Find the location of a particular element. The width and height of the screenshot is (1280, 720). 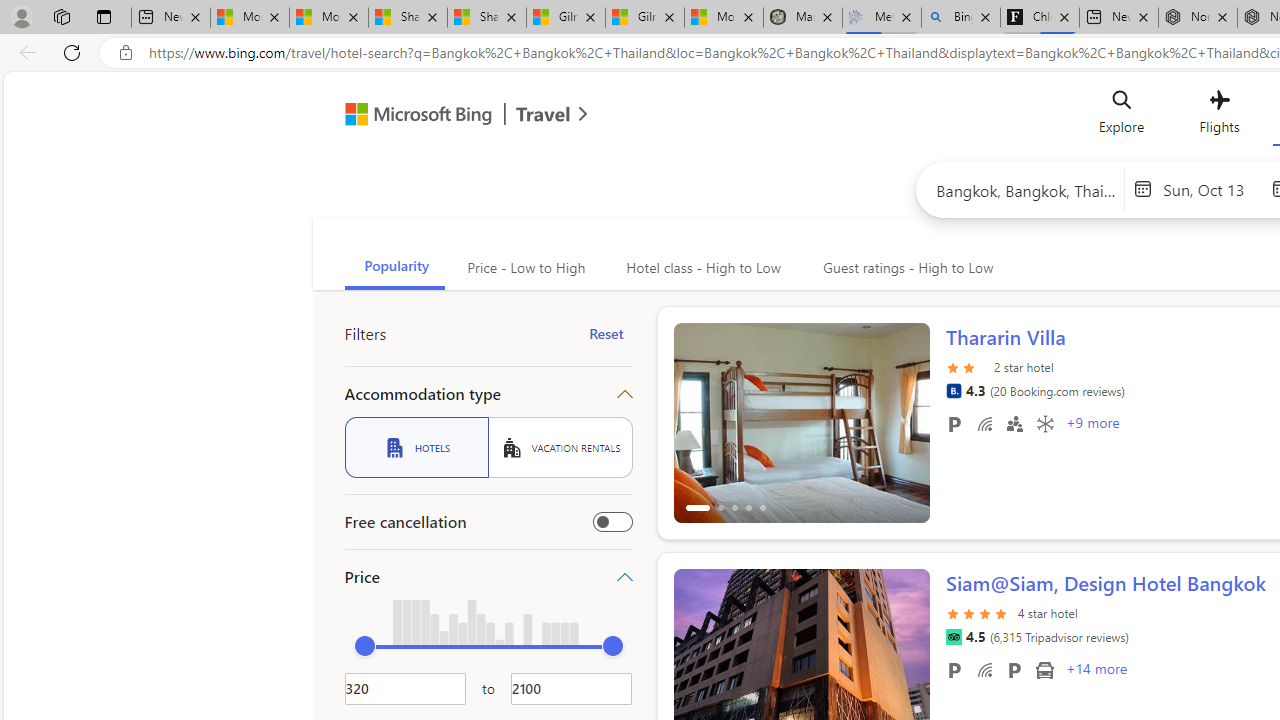

'Air conditioning' is located at coordinates (1043, 422).